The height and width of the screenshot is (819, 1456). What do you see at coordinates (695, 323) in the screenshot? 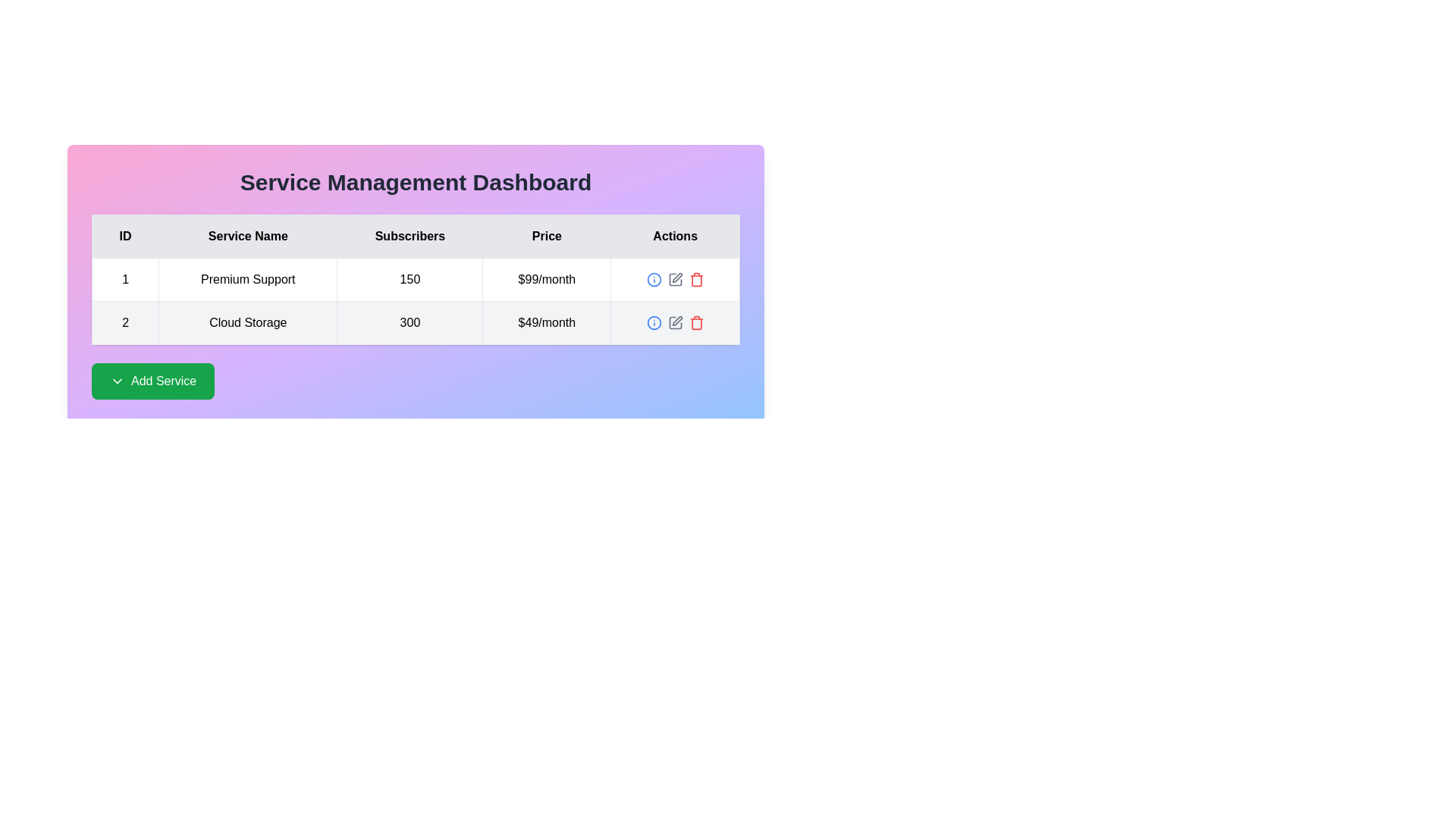
I see `the Trash Icon button, which is a trash can SVG element located in the 'Actions' column of the second row of the table, positioned between a pen icon and the table's right margin` at bounding box center [695, 323].